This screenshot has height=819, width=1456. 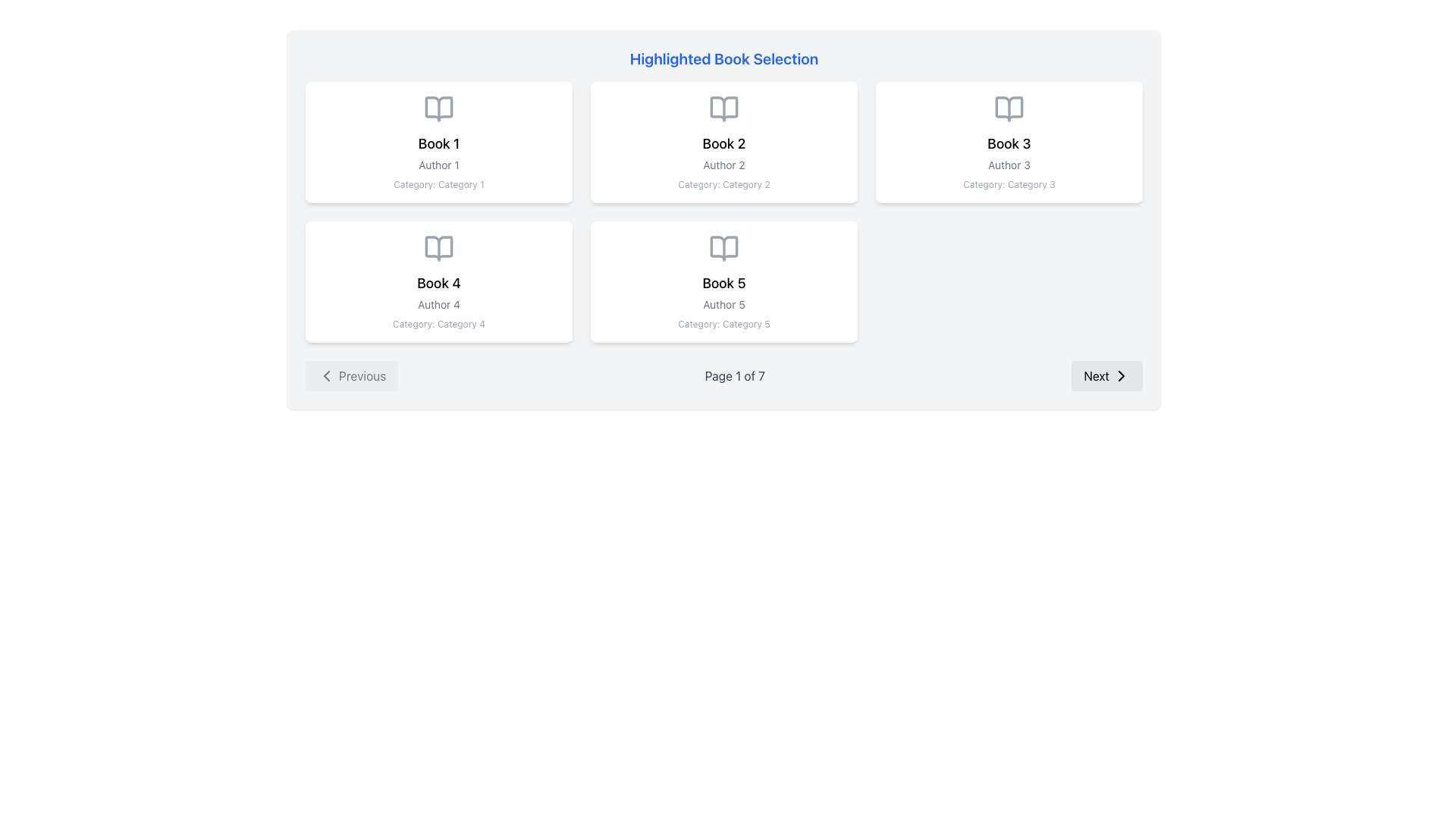 What do you see at coordinates (735, 375) in the screenshot?
I see `the text label displaying 'Page 1 of 7', which is centered in the bottom navigation bar and styled in light gray sans-serif font` at bounding box center [735, 375].